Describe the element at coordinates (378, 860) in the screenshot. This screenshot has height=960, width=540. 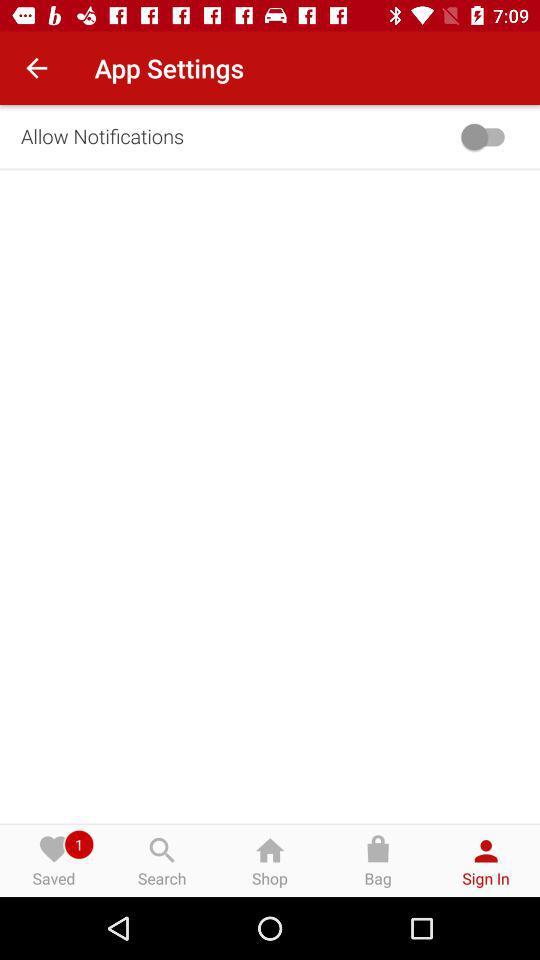
I see `bag option on page` at that location.